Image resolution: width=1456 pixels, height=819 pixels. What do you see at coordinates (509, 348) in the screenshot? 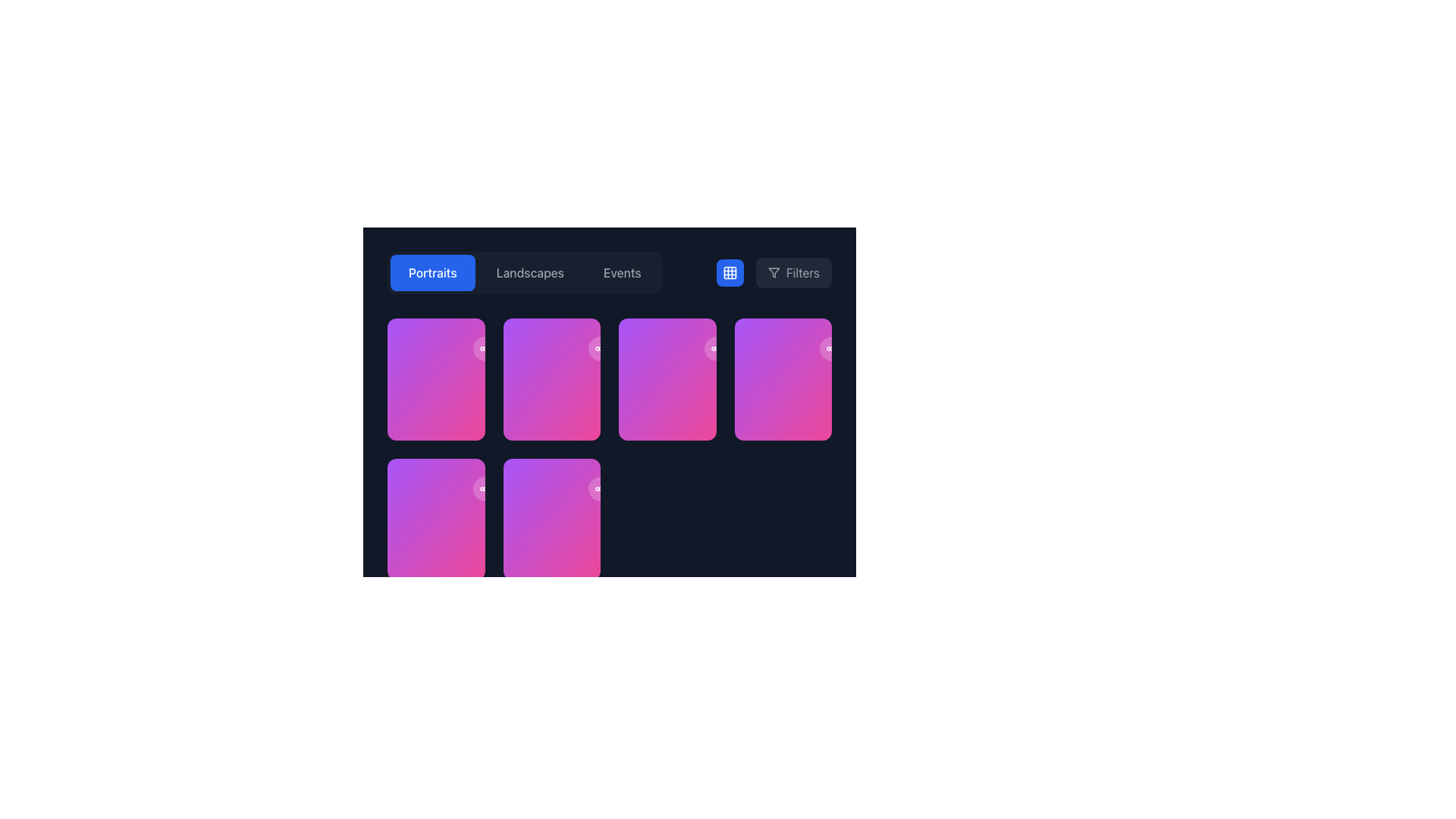
I see `the action button located in the top-right corner of the second card in the uppermost row of a grid layout, which serves the function of bookmarking or adding content` at bounding box center [509, 348].